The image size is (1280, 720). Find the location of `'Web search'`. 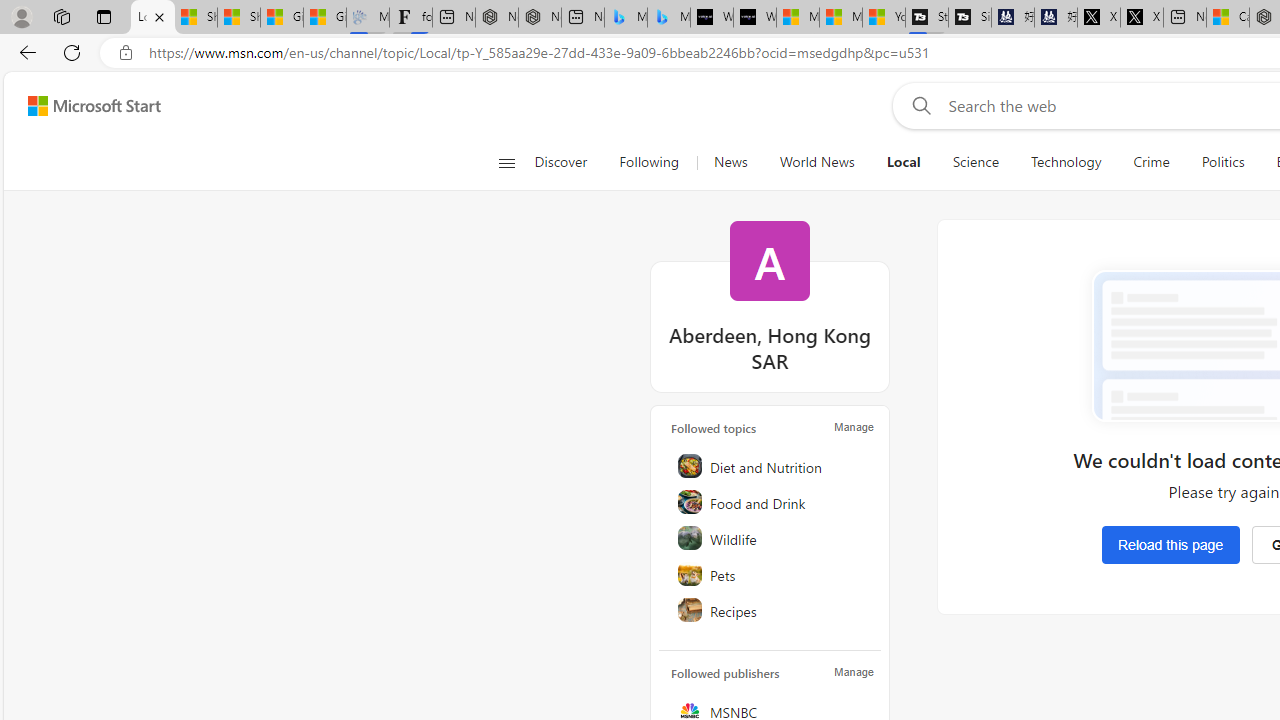

'Web search' is located at coordinates (916, 105).